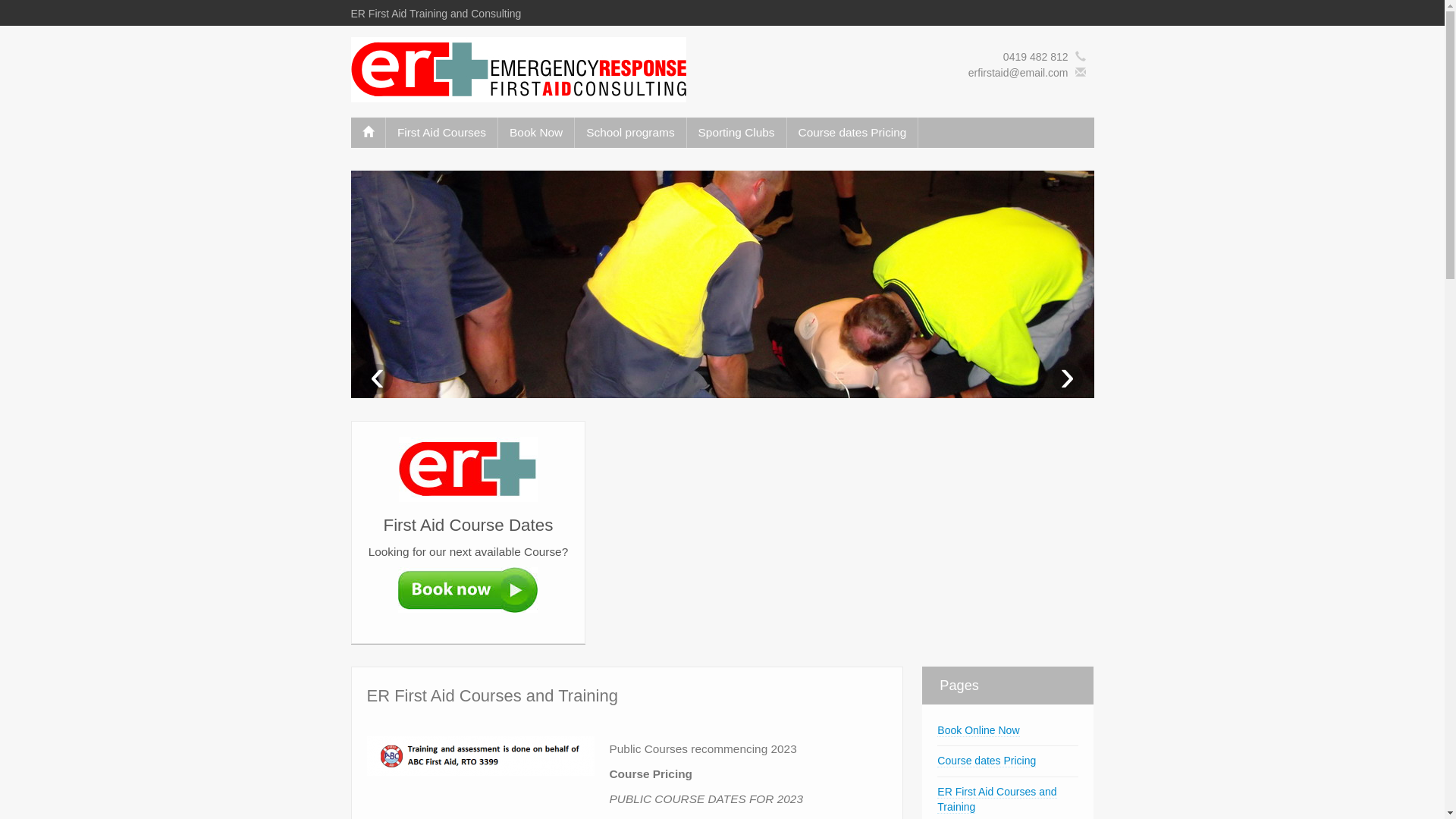 This screenshot has width=1456, height=819. Describe the element at coordinates (978, 730) in the screenshot. I see `'Book Online Now'` at that location.